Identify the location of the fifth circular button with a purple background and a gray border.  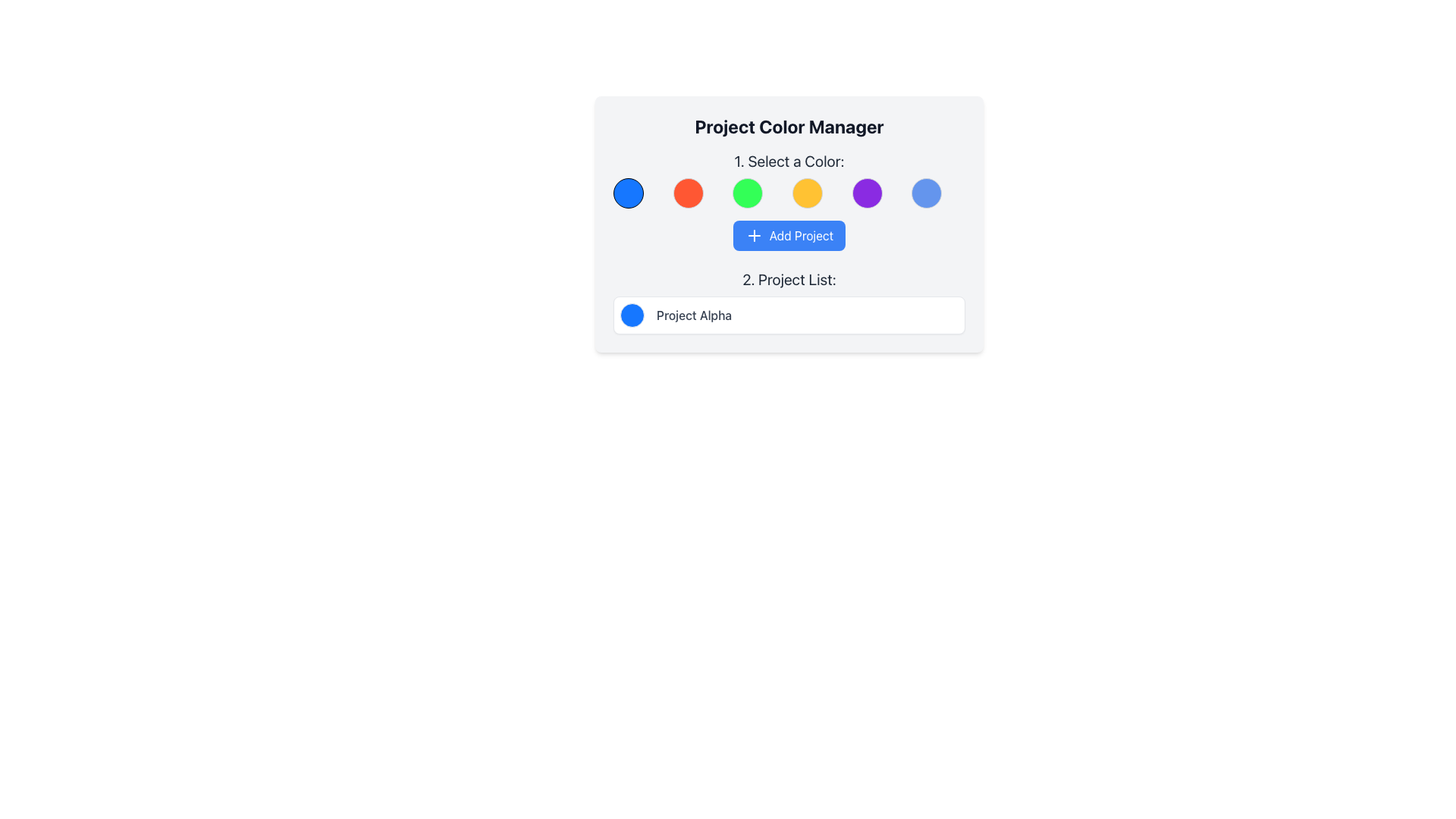
(867, 192).